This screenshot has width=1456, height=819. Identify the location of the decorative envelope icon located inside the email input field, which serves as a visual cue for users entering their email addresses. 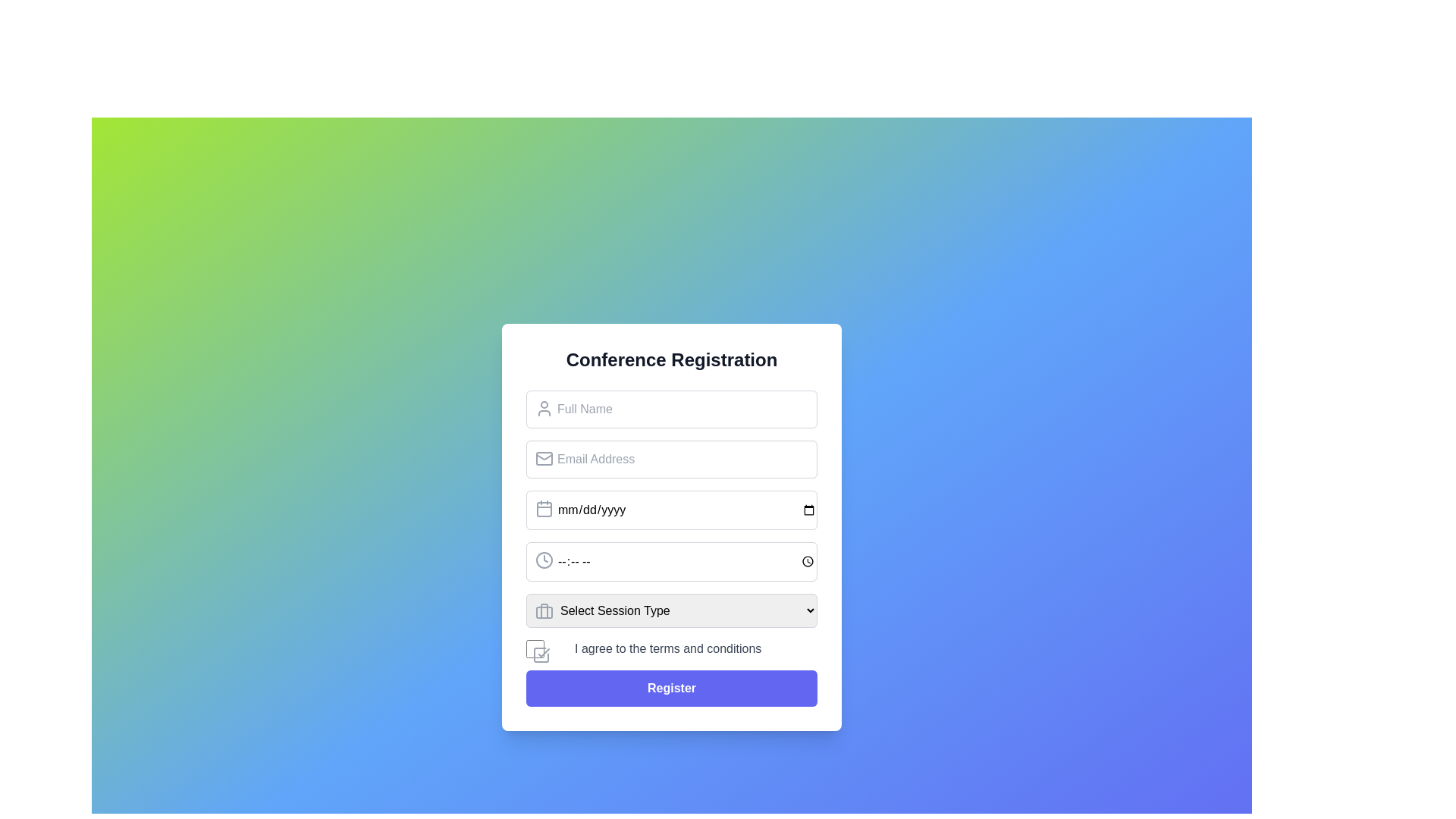
(544, 457).